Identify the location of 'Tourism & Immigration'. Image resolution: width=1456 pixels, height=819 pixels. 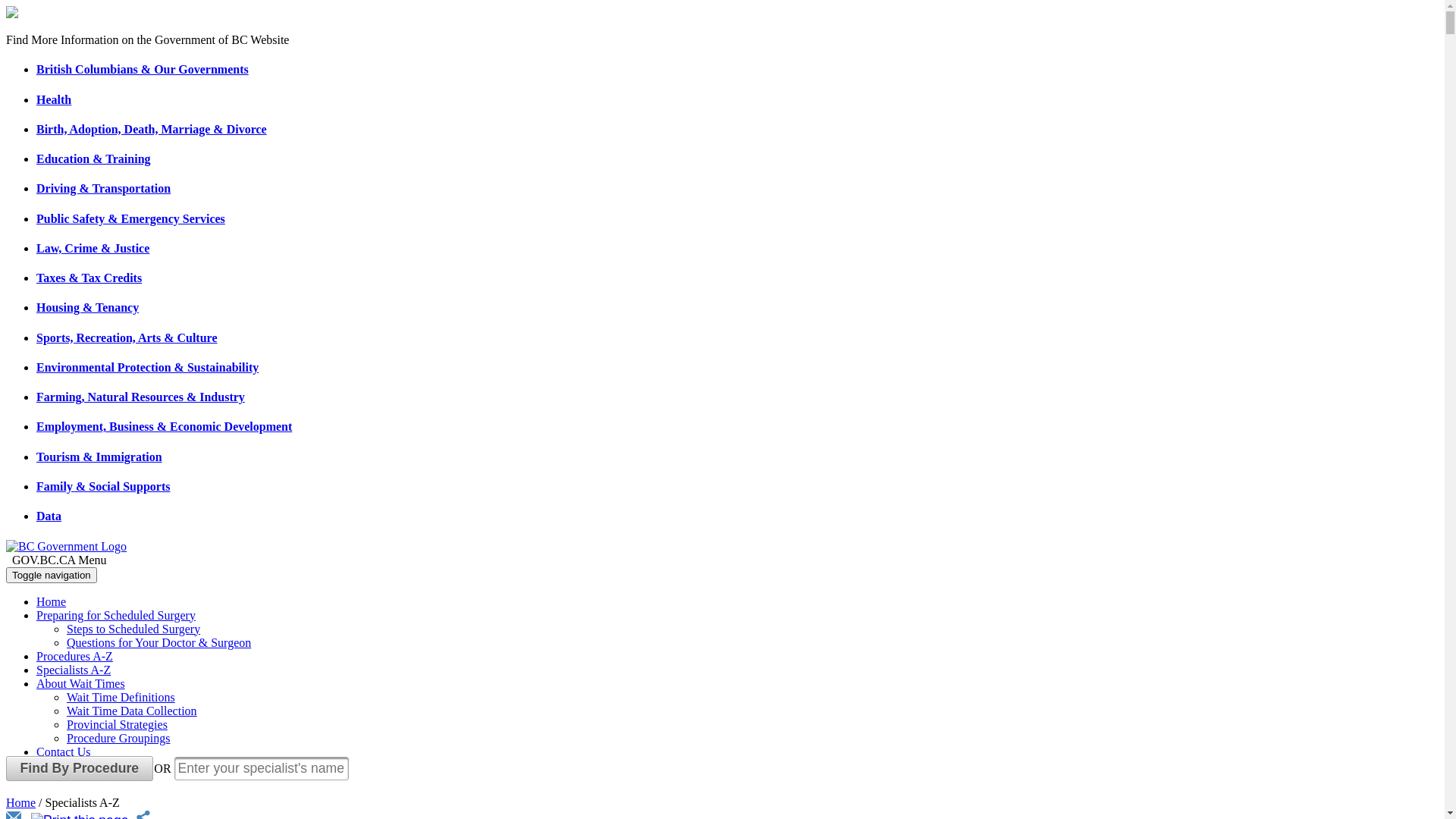
(98, 456).